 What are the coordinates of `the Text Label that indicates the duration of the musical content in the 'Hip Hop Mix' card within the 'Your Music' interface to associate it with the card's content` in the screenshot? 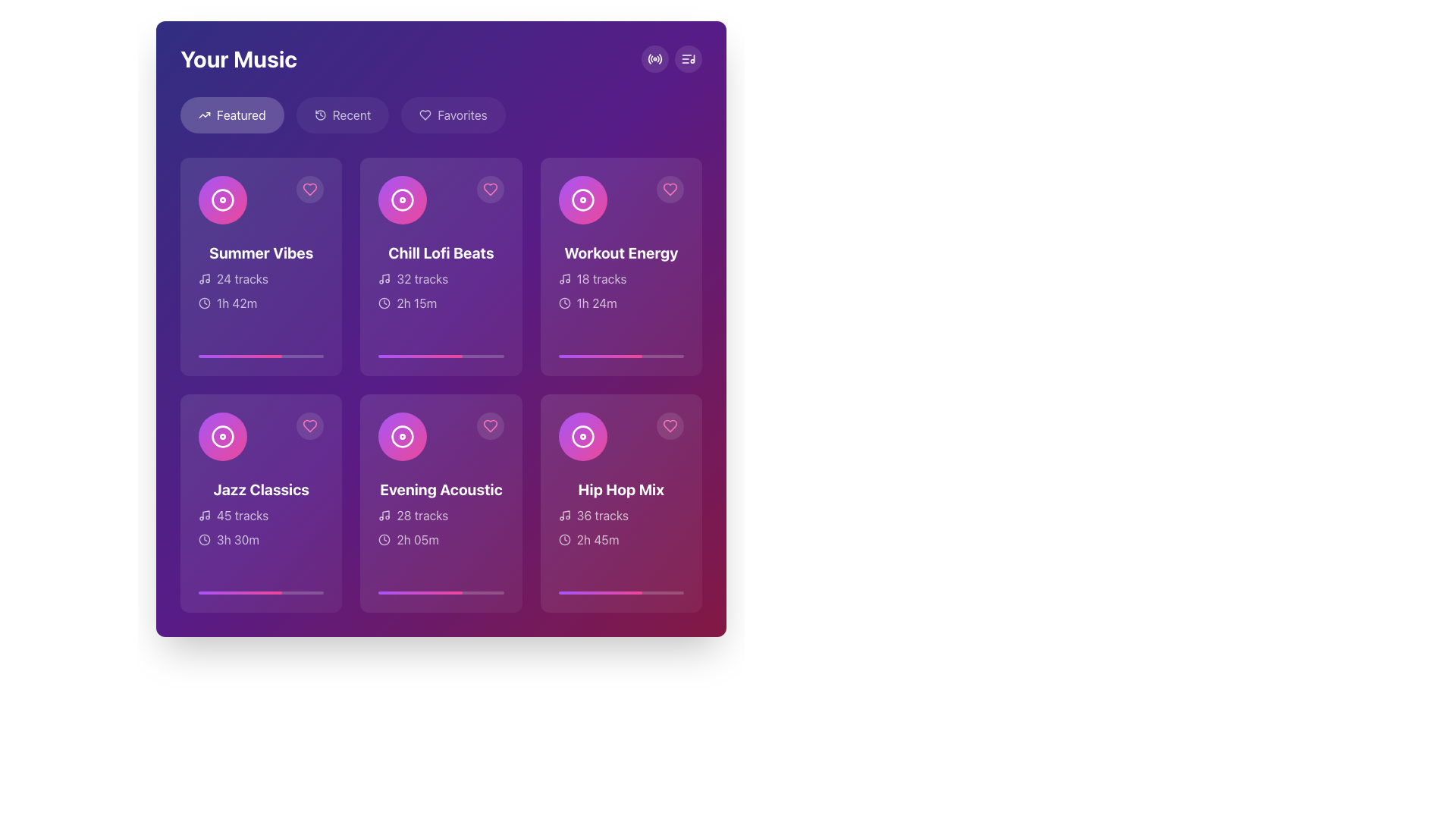 It's located at (597, 539).